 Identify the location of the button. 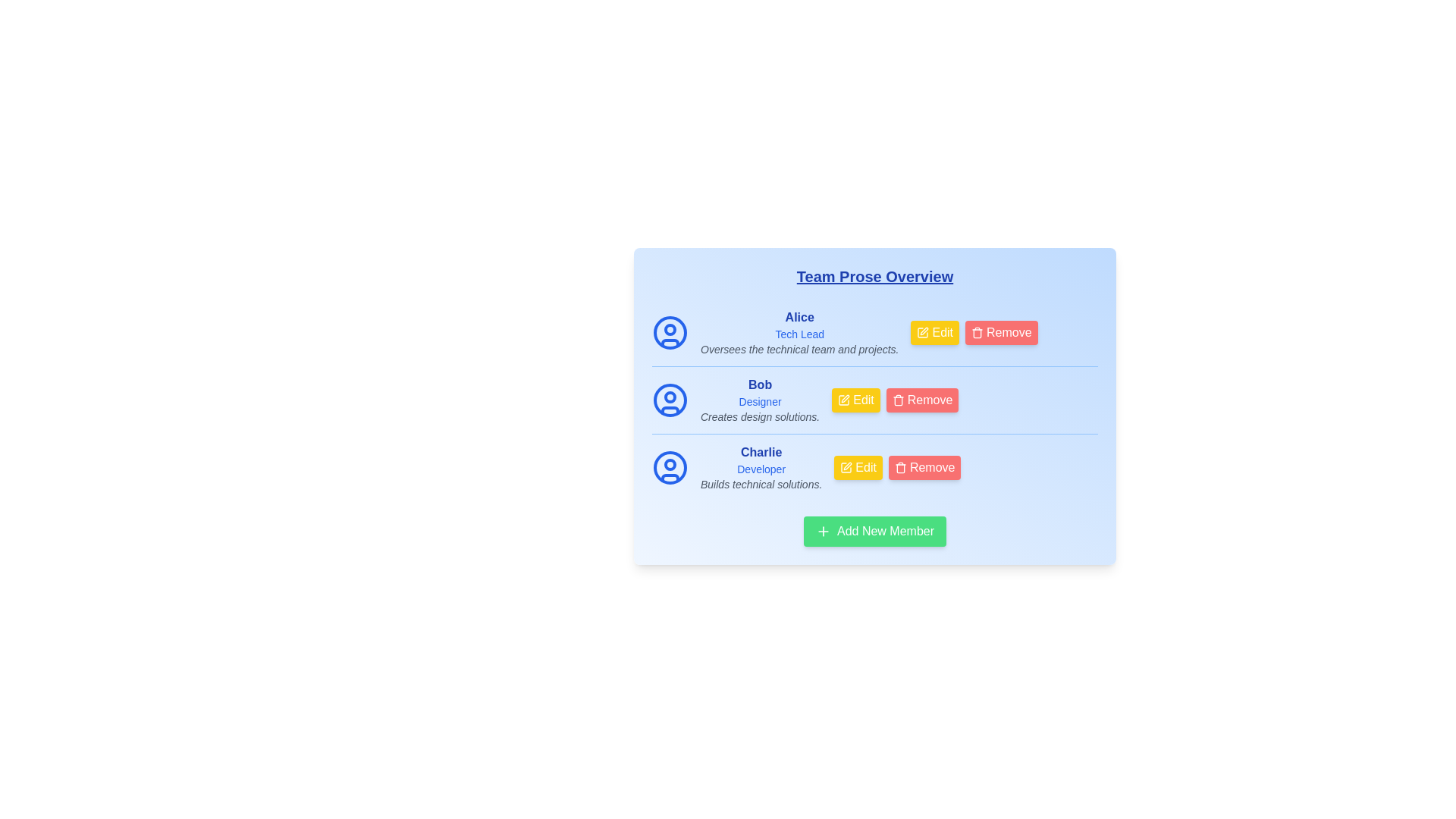
(974, 332).